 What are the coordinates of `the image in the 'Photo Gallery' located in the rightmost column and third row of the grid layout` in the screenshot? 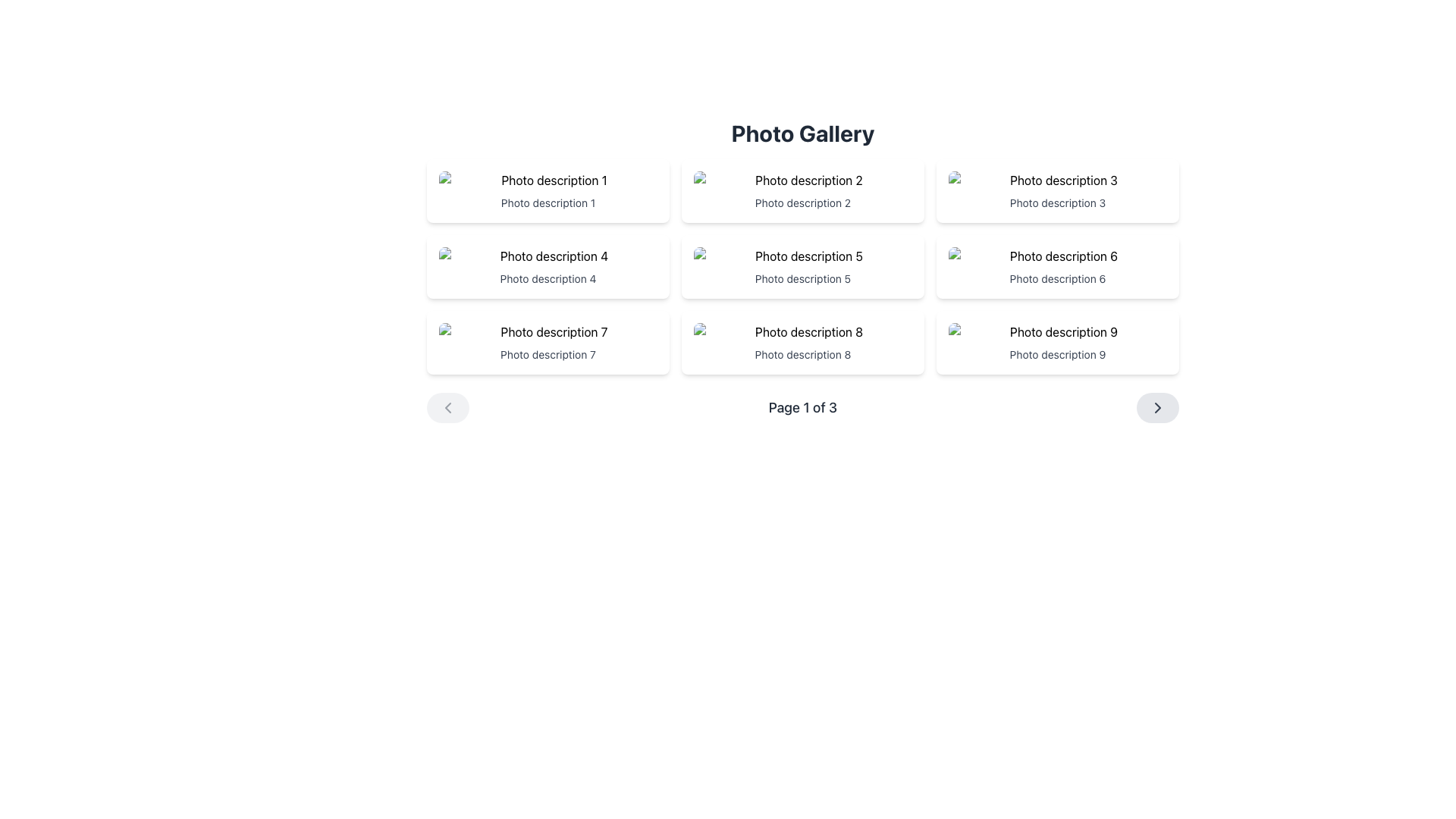 It's located at (1057, 331).